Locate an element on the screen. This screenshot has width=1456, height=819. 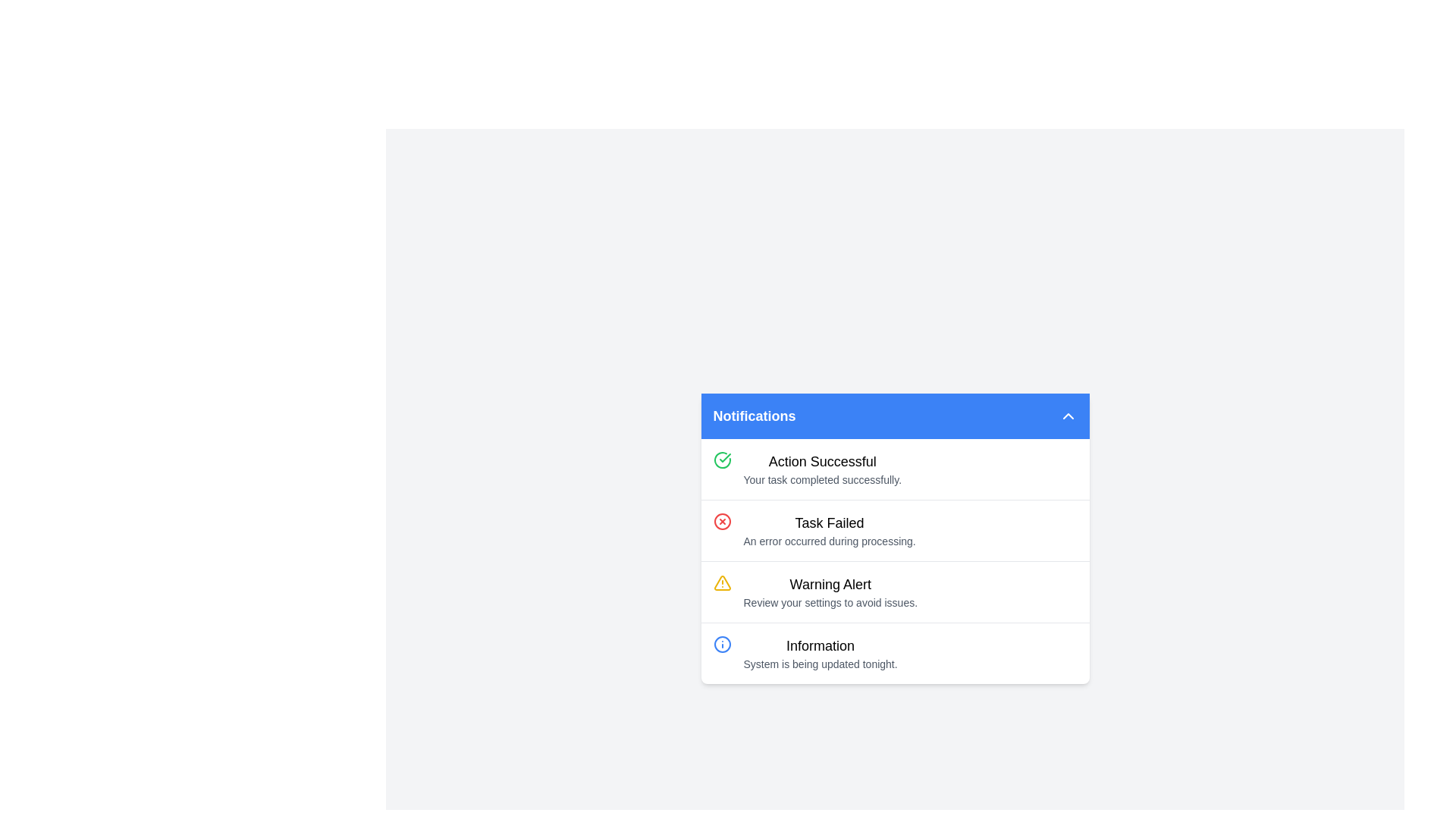
text line 'Your task completed successfully.' which is styled in gray and located below the title 'Action Successful' within a notification card is located at coordinates (821, 479).